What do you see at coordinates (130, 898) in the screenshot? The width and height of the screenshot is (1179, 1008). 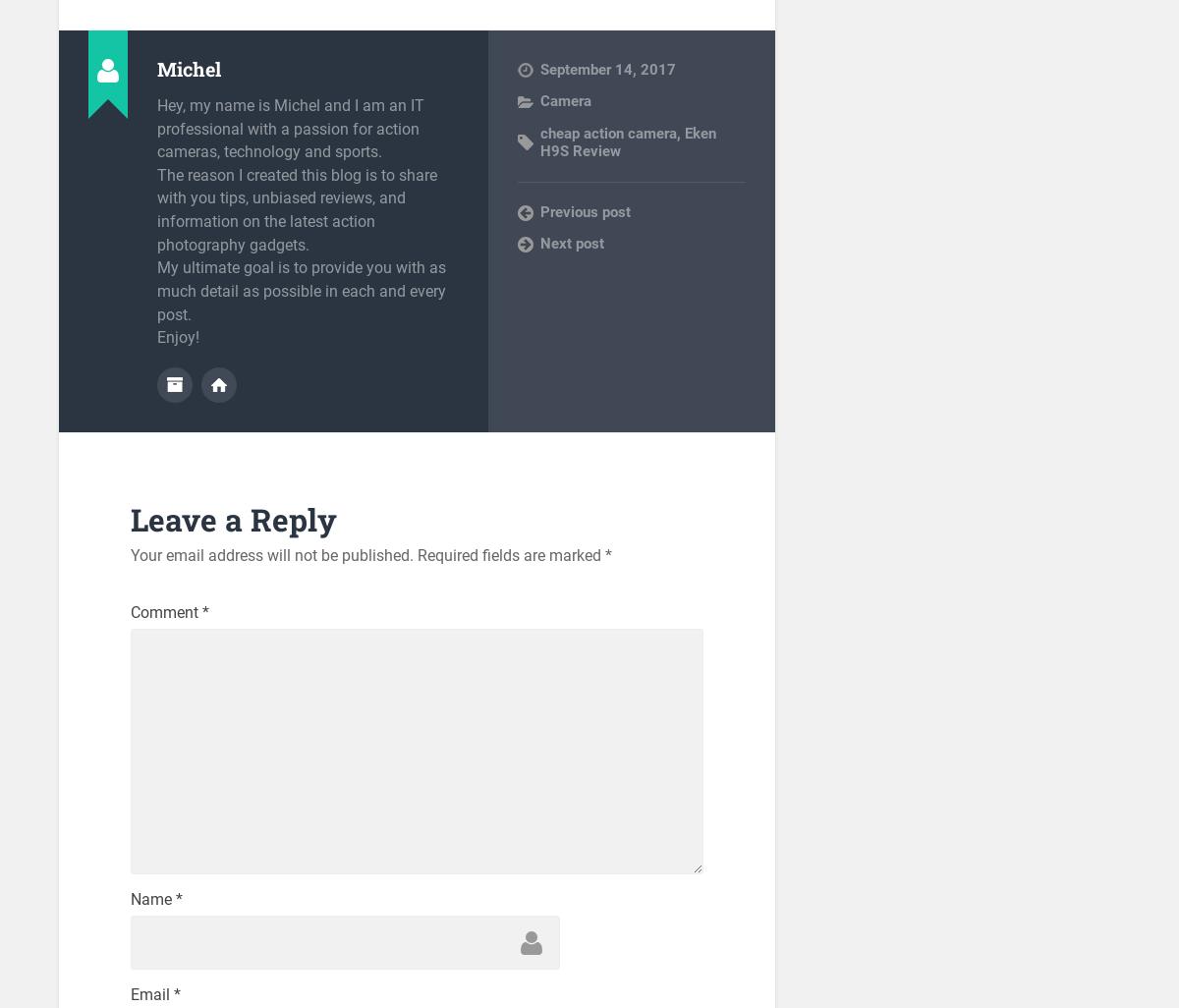 I see `'Name'` at bounding box center [130, 898].